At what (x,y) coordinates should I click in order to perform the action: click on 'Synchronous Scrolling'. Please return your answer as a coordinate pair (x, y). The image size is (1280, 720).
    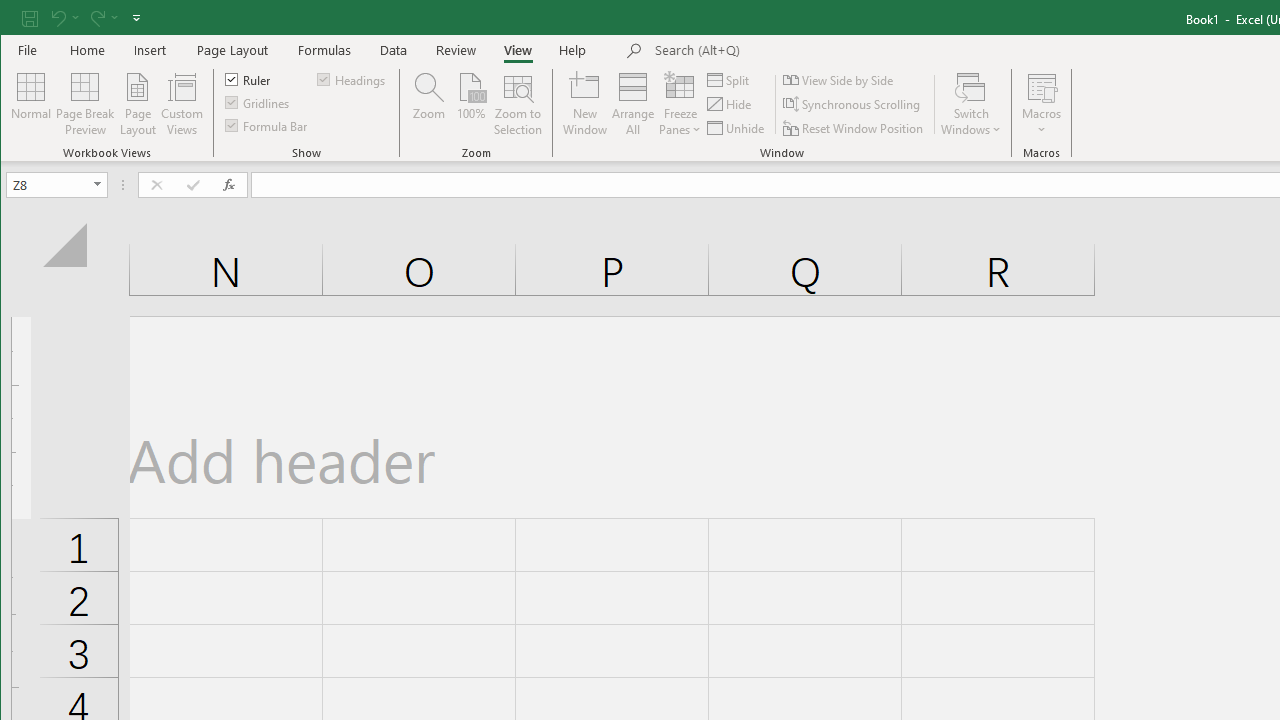
    Looking at the image, I should click on (853, 104).